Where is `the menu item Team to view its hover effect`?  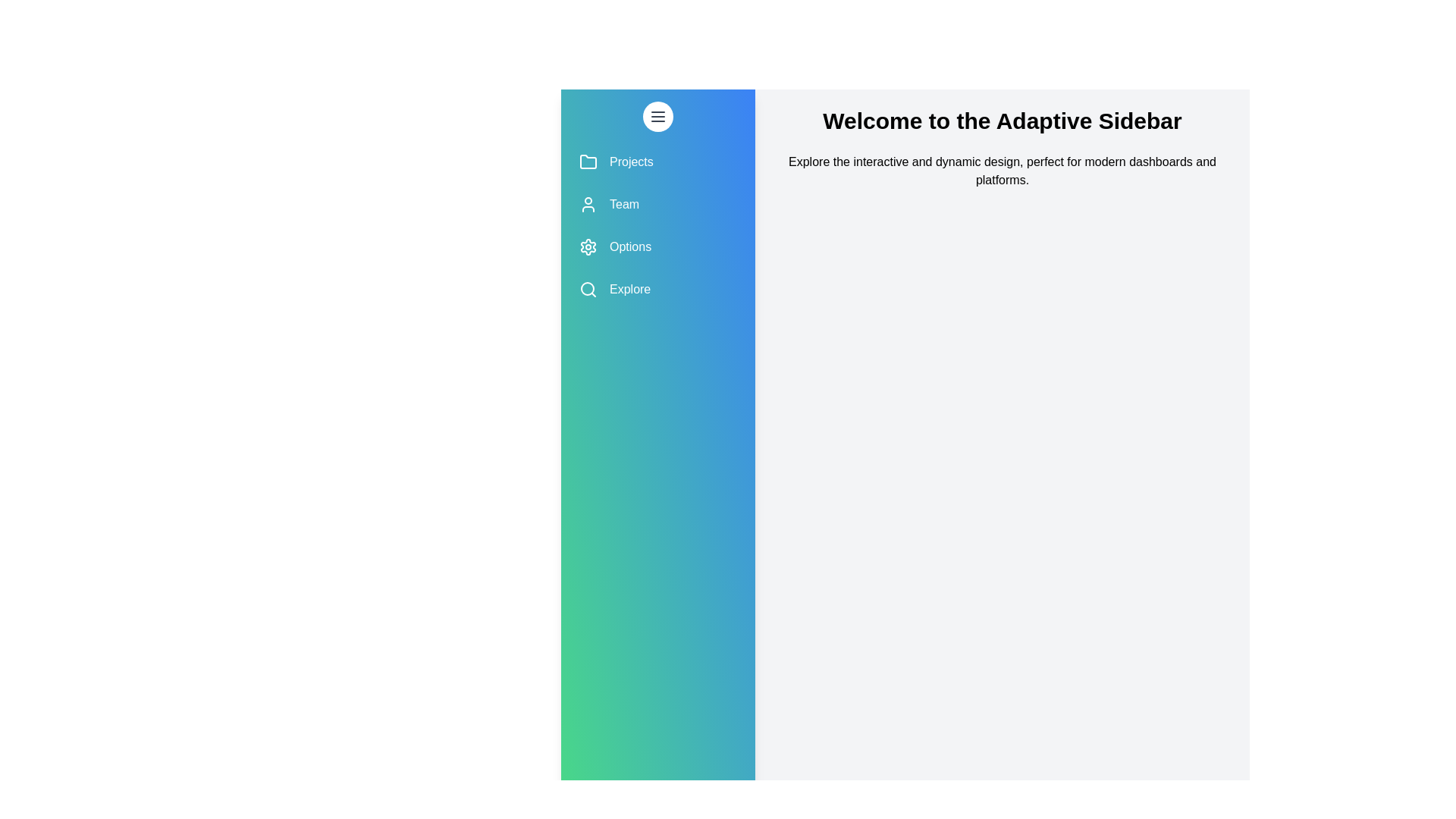 the menu item Team to view its hover effect is located at coordinates (658, 205).